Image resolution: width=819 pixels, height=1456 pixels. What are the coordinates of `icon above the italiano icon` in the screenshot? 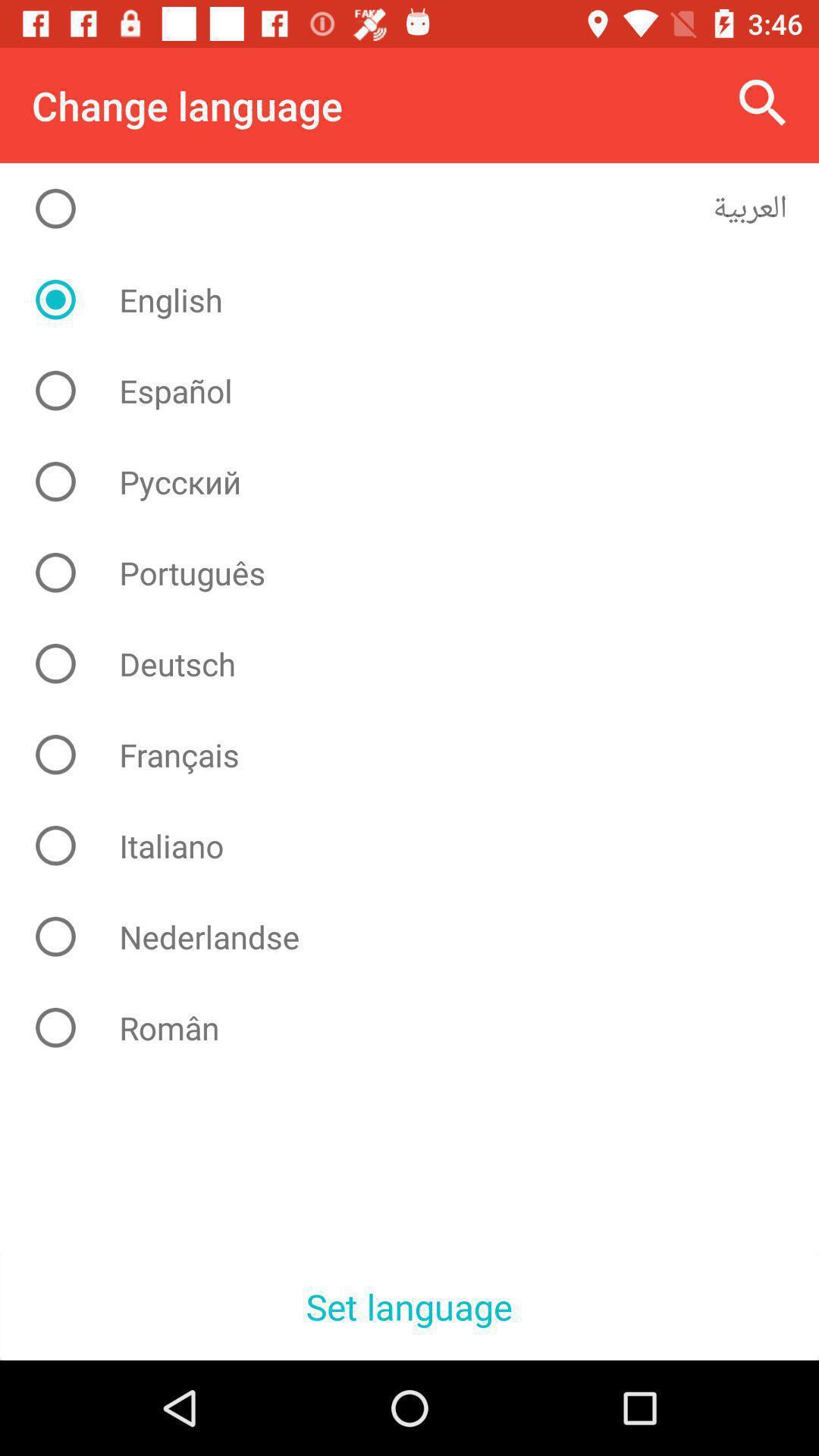 It's located at (421, 755).